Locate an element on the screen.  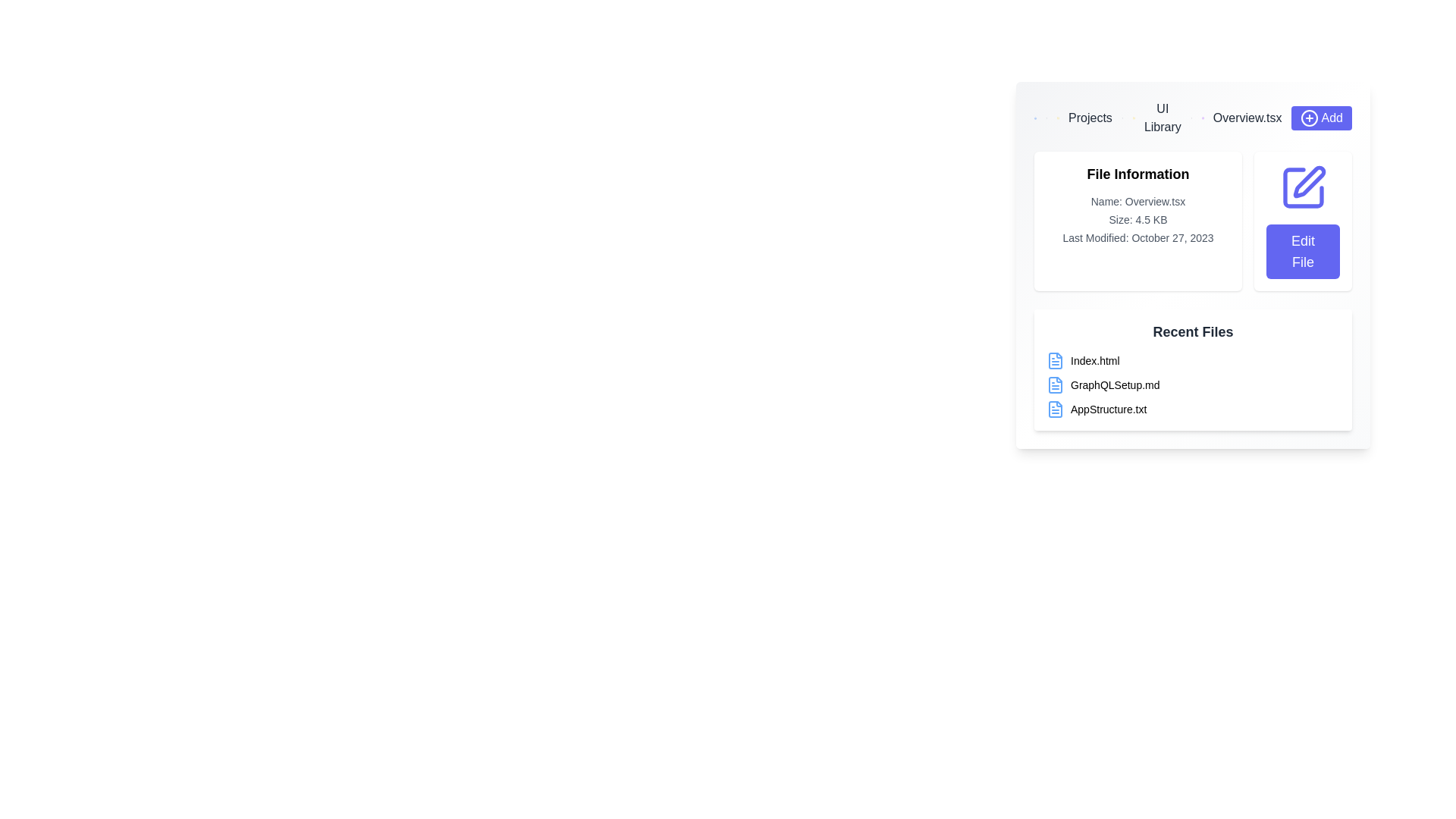
the circular SVG icon with a plus sign in the center, which is part of the 'Add' button located in the top right corner of the UI card is located at coordinates (1308, 117).